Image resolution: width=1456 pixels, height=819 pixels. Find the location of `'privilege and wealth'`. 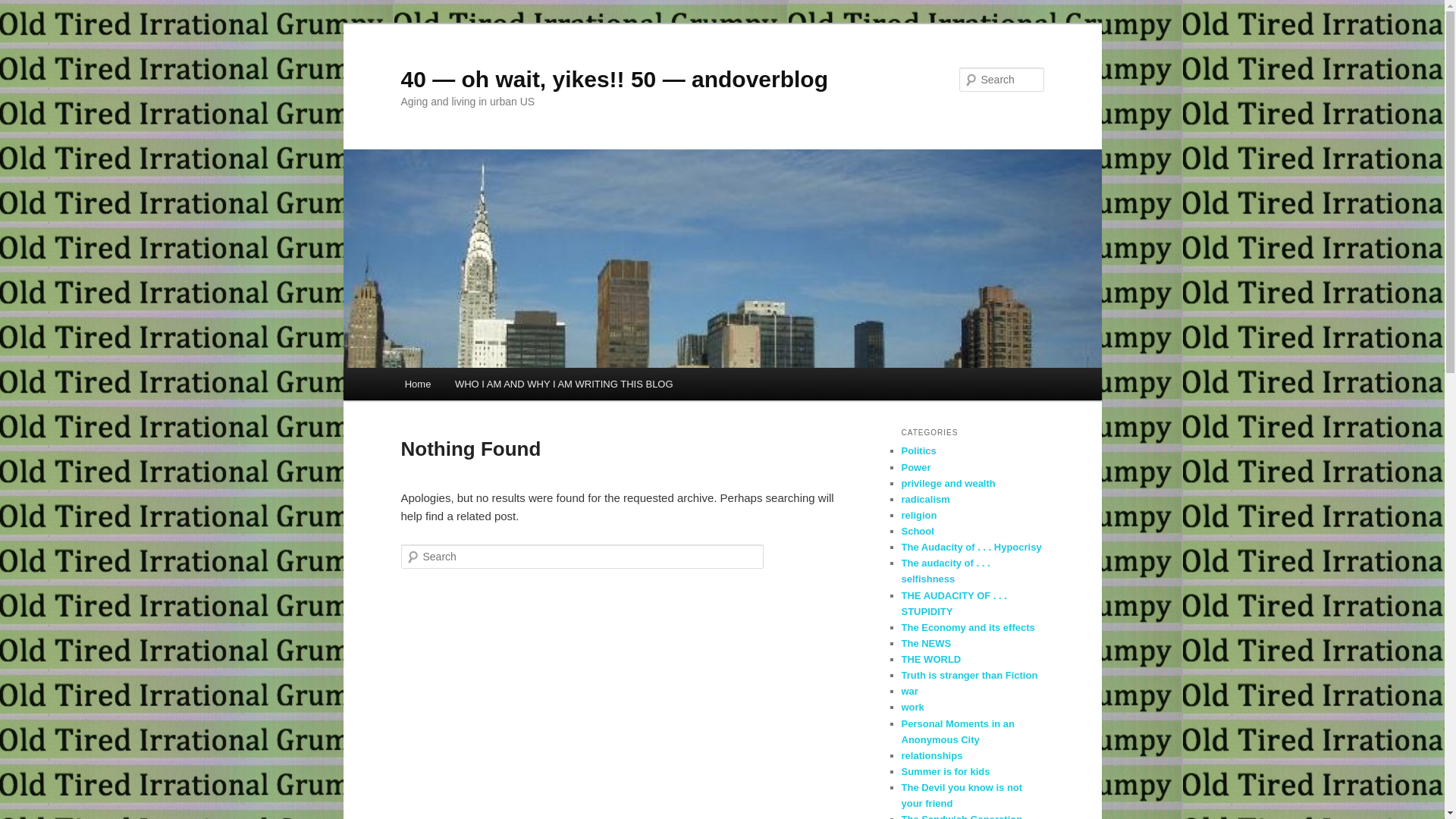

'privilege and wealth' is located at coordinates (946, 483).